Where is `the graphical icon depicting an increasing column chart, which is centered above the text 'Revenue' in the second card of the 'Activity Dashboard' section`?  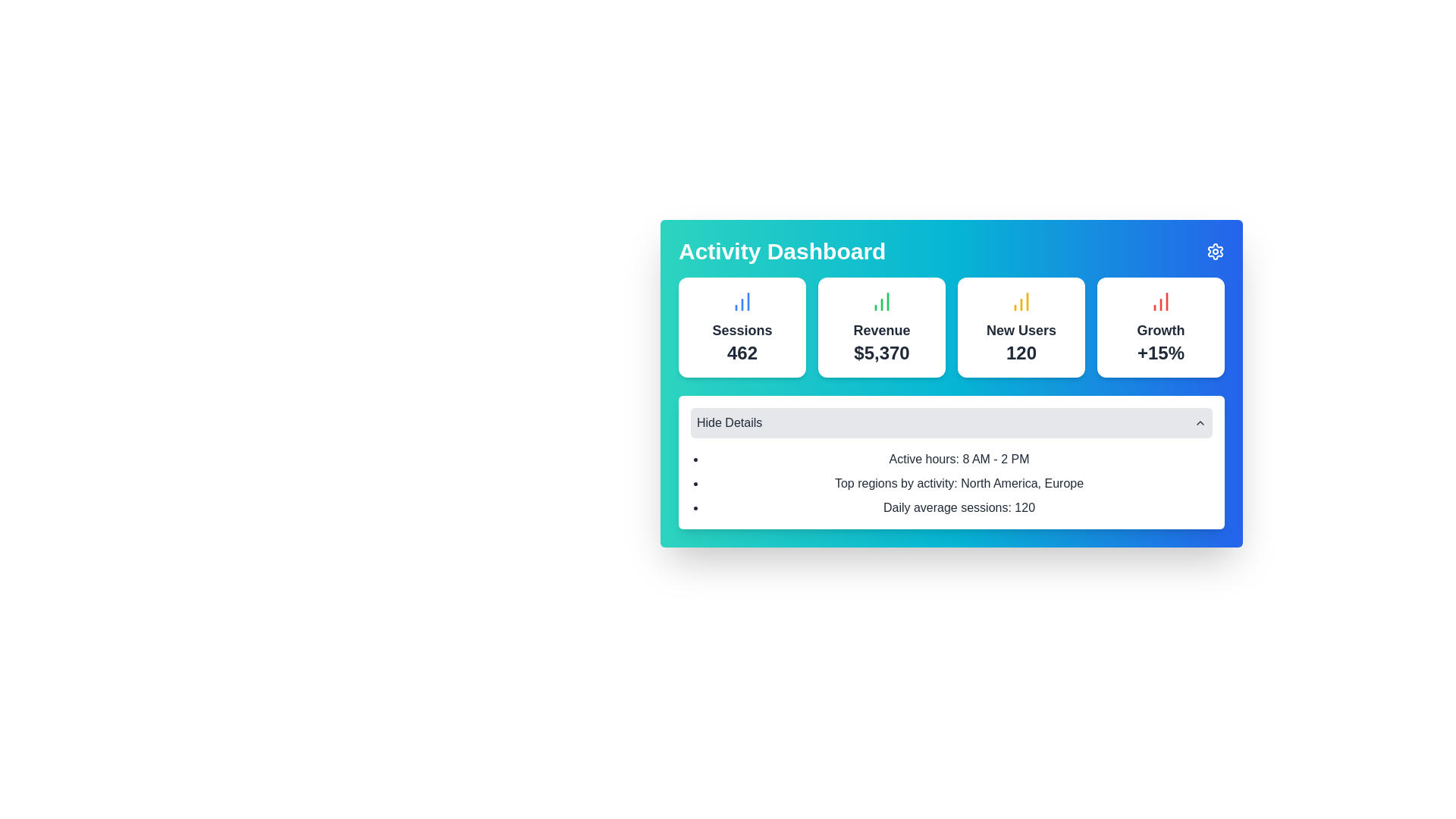
the graphical icon depicting an increasing column chart, which is centered above the text 'Revenue' in the second card of the 'Activity Dashboard' section is located at coordinates (881, 301).